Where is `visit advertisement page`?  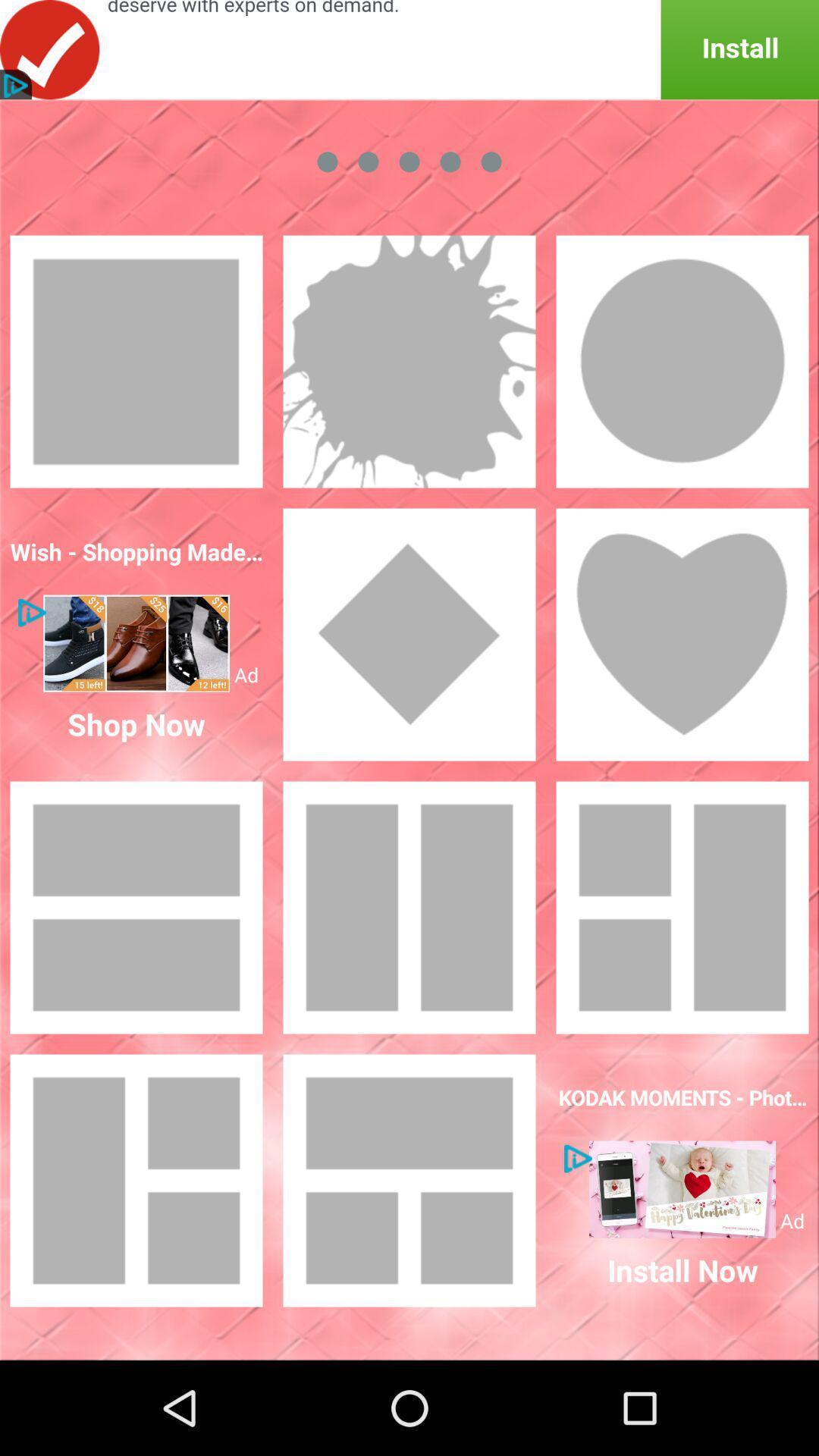
visit advertisement page is located at coordinates (136, 643).